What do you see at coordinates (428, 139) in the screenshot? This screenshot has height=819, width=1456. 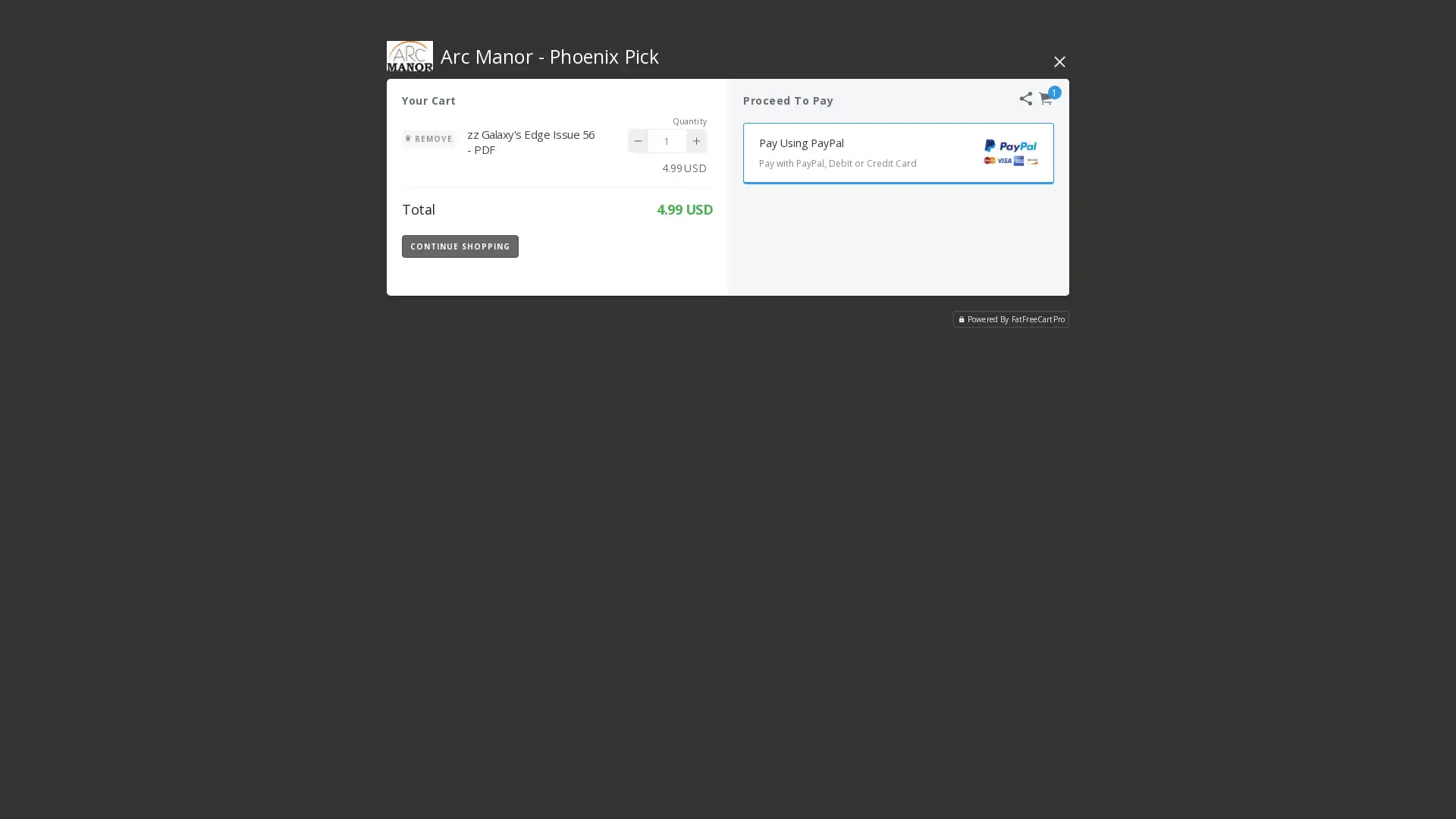 I see `trash REMOVE` at bounding box center [428, 139].